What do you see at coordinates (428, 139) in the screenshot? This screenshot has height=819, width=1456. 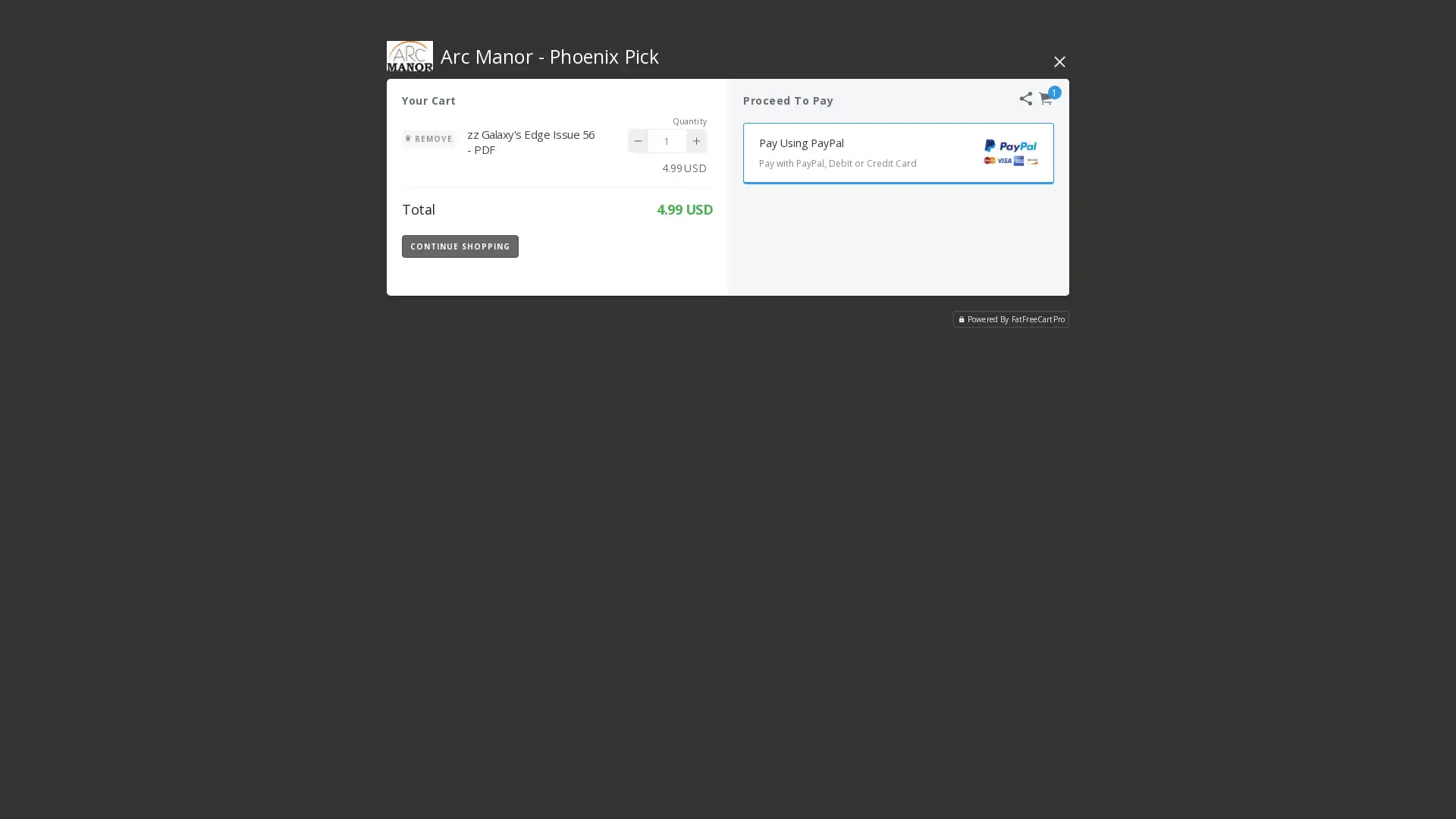 I see `trash REMOVE` at bounding box center [428, 139].